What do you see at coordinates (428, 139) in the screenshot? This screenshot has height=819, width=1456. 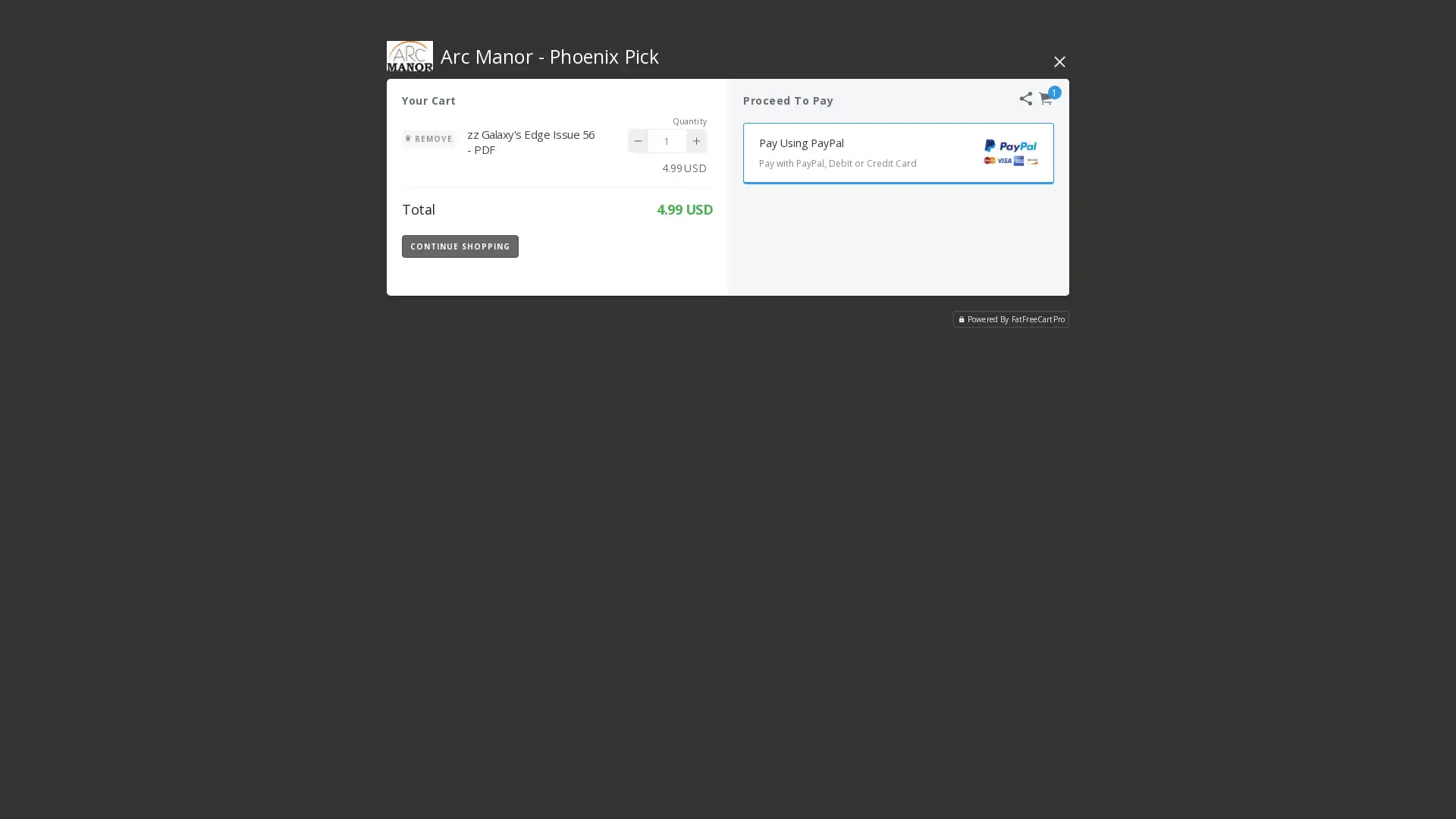 I see `trash REMOVE` at bounding box center [428, 139].